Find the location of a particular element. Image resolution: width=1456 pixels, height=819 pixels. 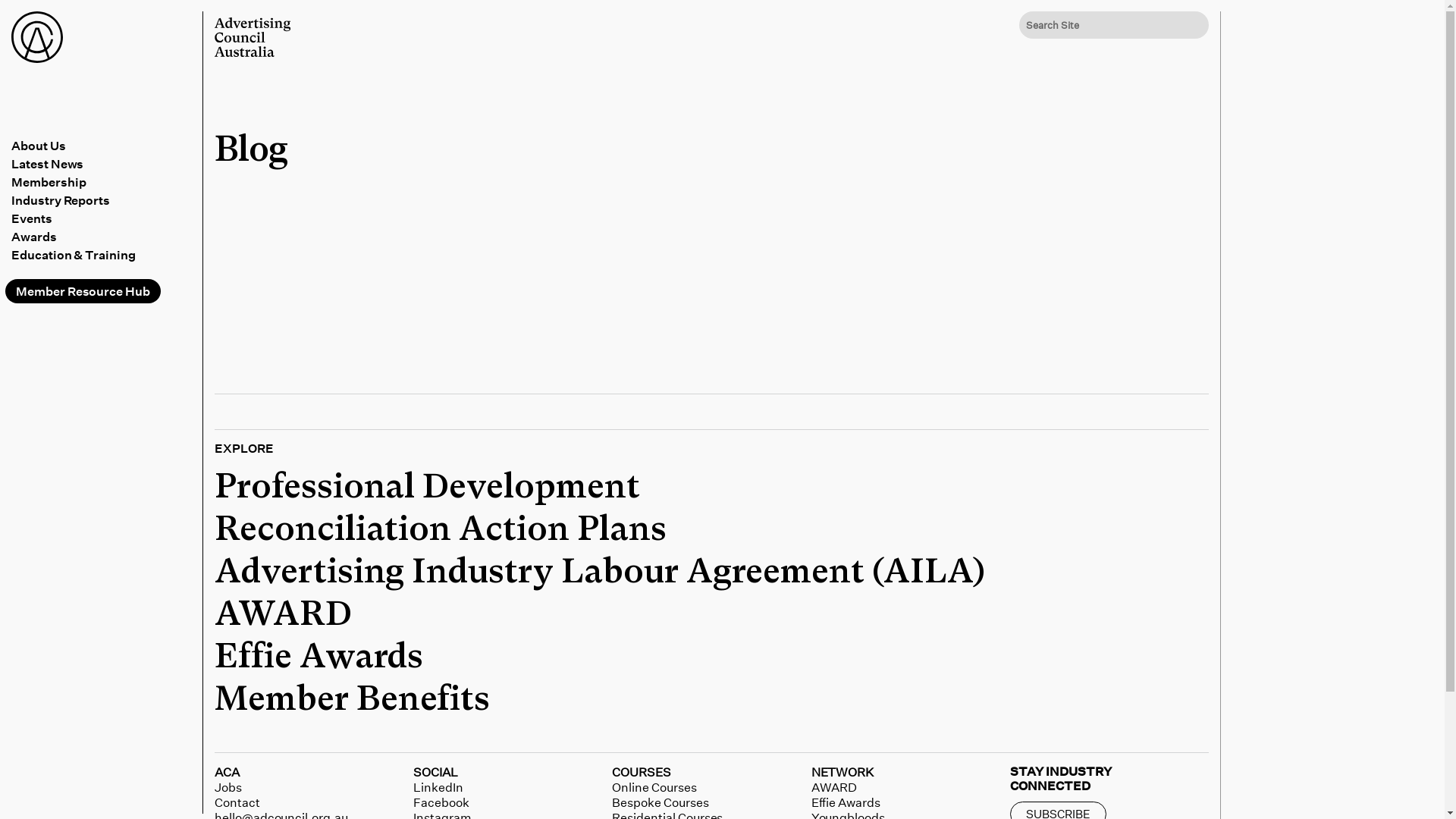

'Education & Training' is located at coordinates (103, 253).